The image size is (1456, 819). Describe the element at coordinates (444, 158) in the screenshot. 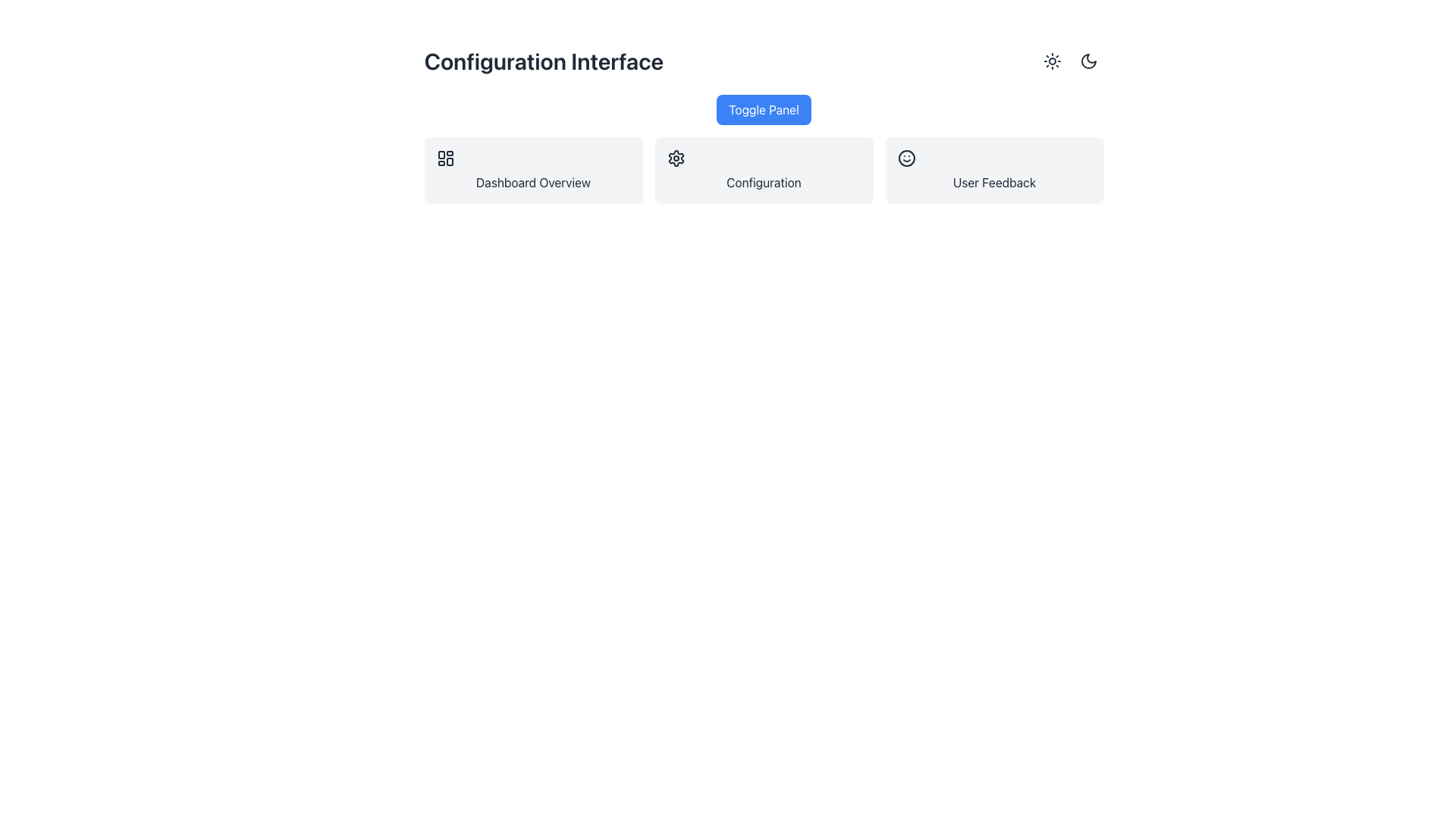

I see `the square dashboard icon located in the top-left corner of the 'Dashboard Overview' card, positioned before the text label 'Dashboard Overview'` at that location.